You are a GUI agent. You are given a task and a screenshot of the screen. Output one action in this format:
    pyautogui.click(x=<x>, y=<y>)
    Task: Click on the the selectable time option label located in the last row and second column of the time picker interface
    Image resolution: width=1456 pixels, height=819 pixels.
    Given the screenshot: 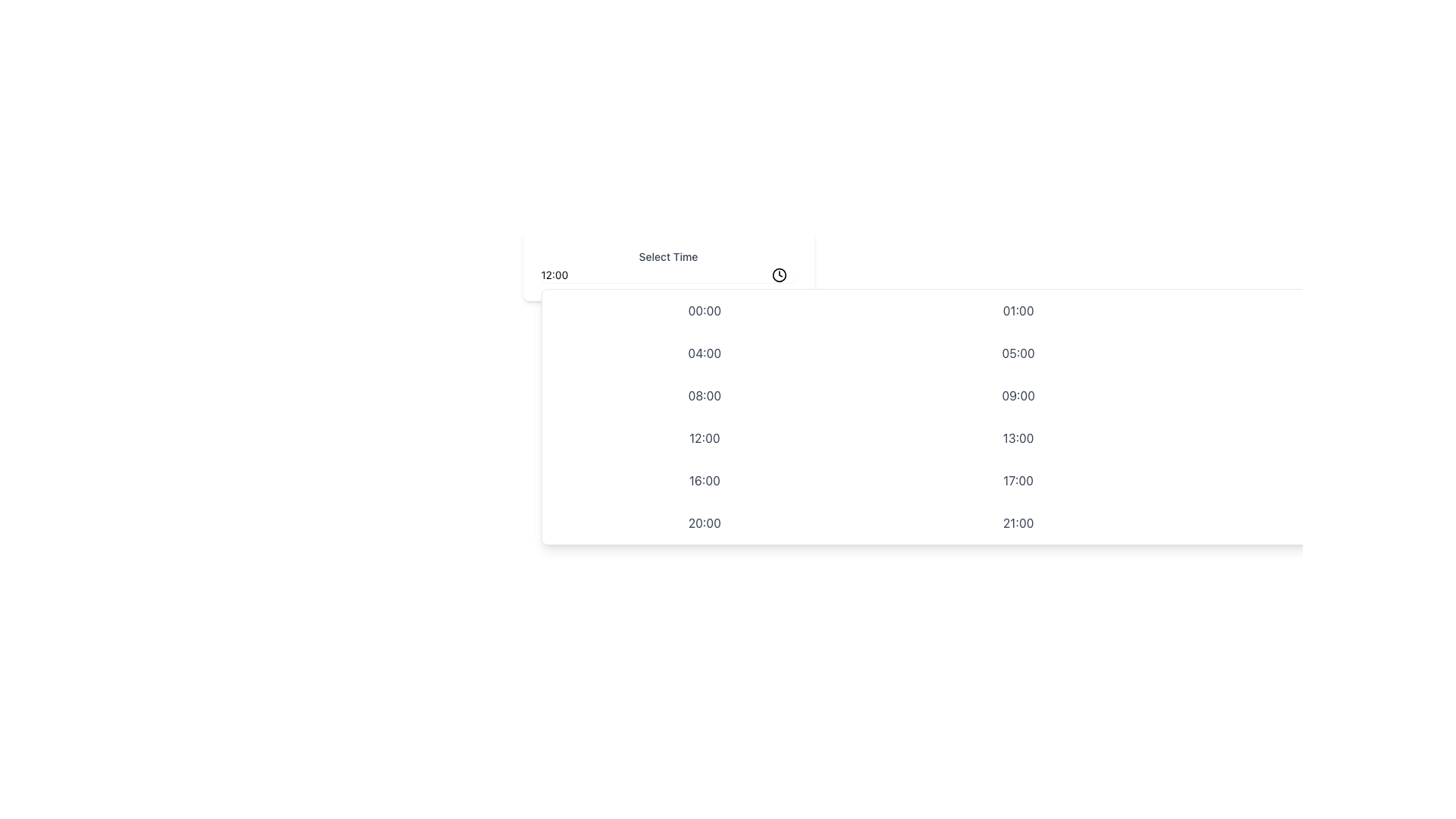 What is the action you would take?
    pyautogui.click(x=1018, y=522)
    